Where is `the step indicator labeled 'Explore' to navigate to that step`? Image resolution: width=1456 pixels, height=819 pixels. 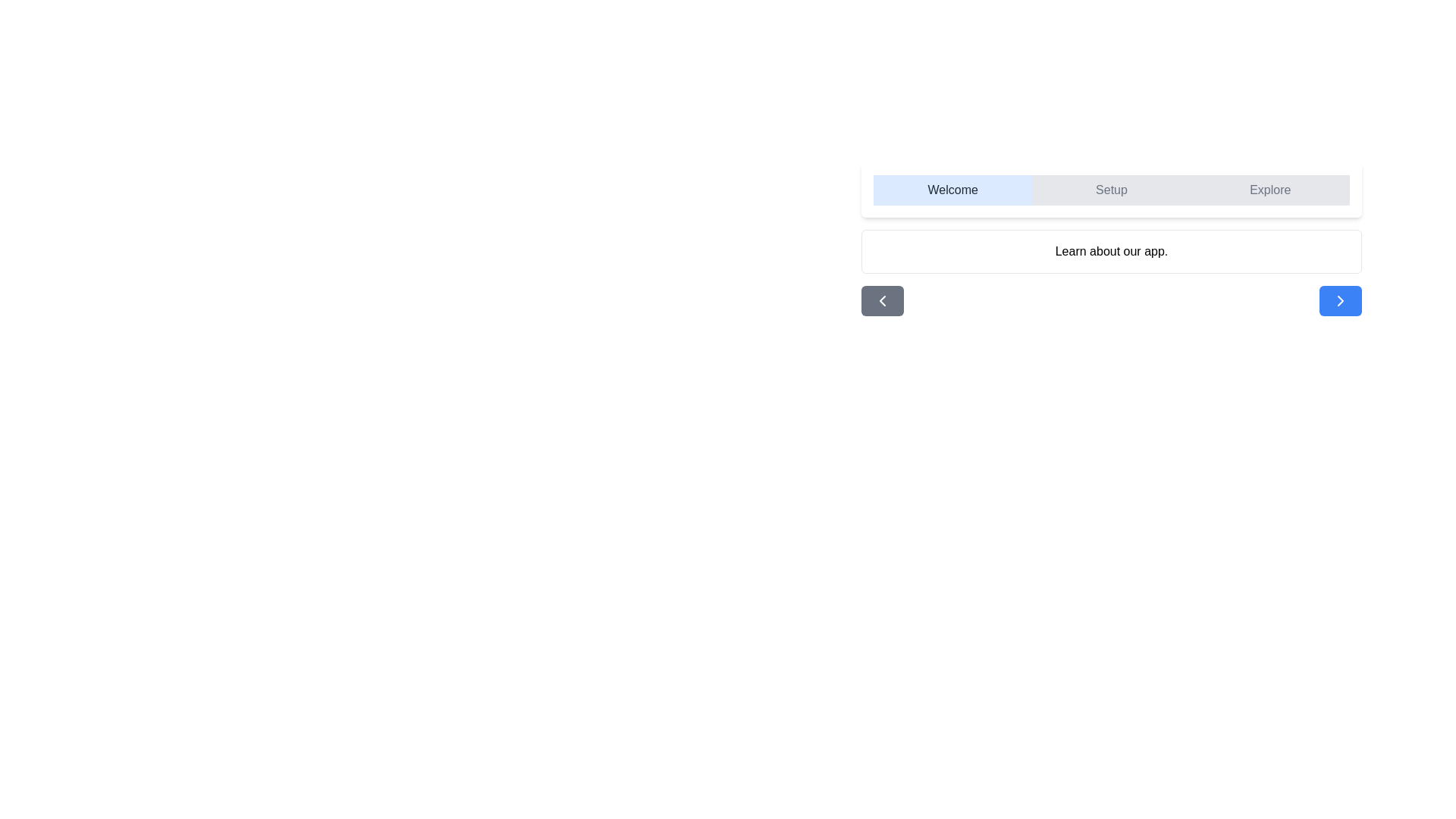 the step indicator labeled 'Explore' to navigate to that step is located at coordinates (1270, 189).